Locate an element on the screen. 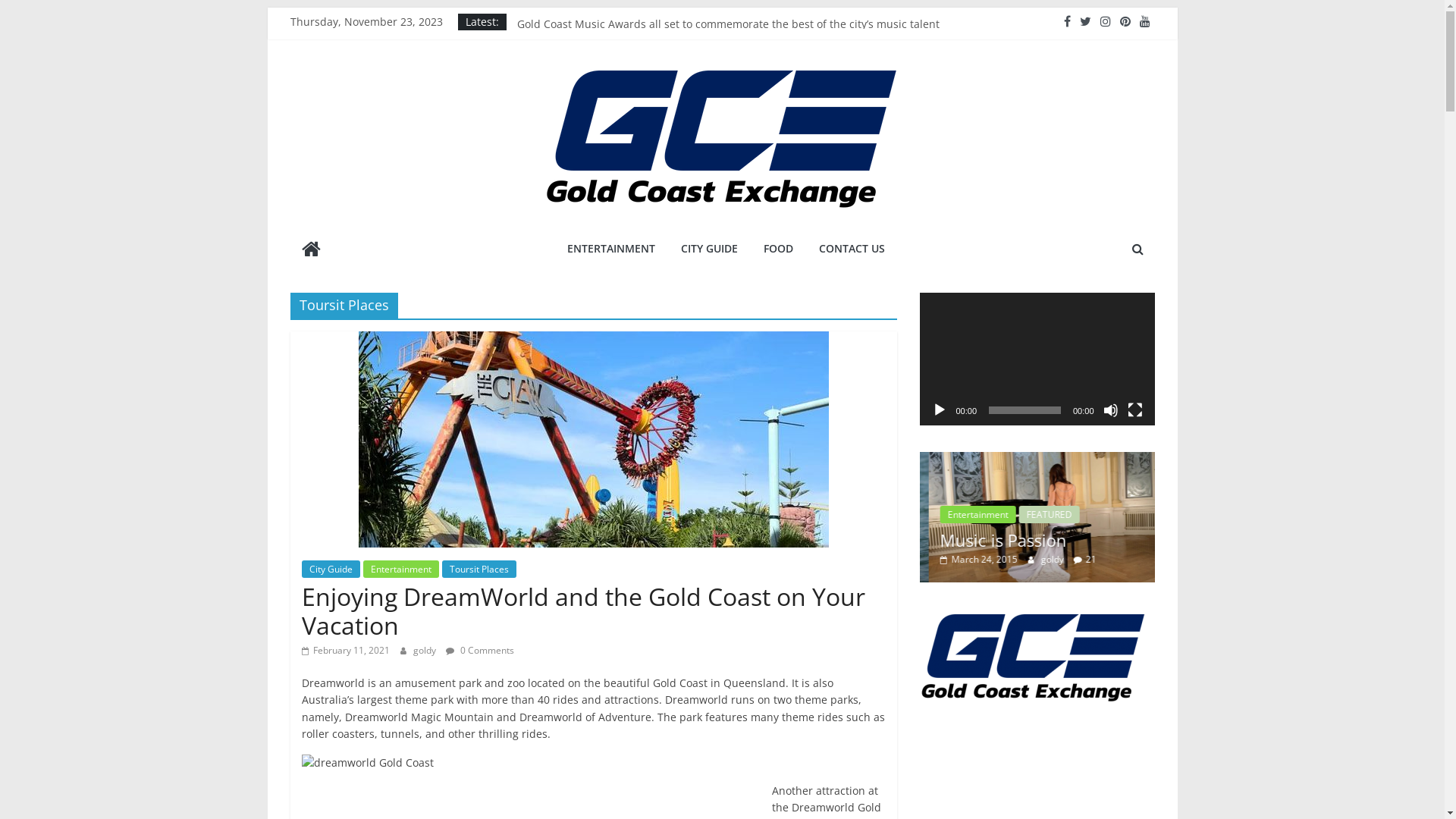 The width and height of the screenshot is (1456, 819). 'Gold Coast Shoots and Scores as Host for the NBL Blitz' is located at coordinates (655, 26).